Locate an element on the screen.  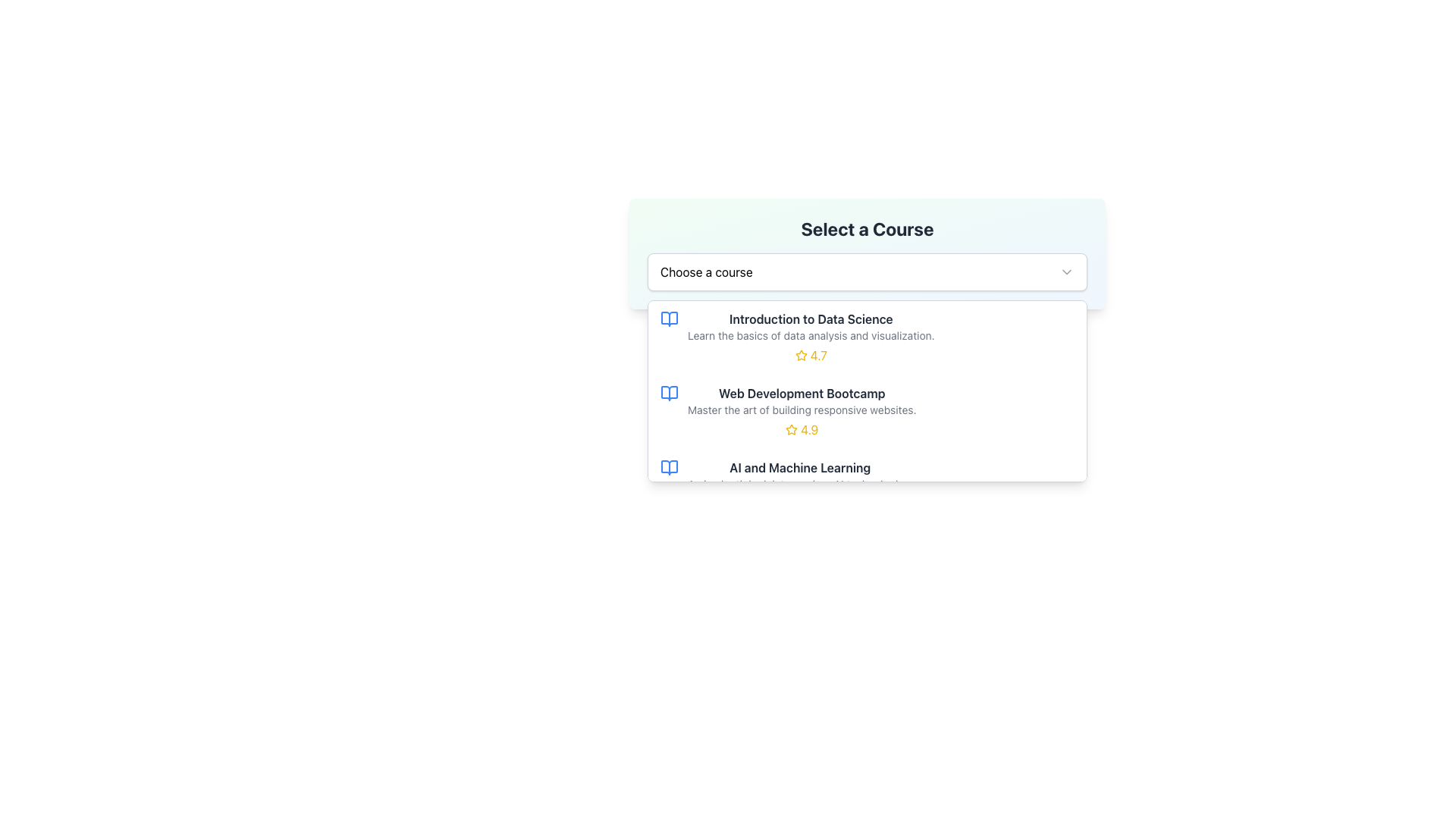
the informational text element located below the title 'AI and Machine Learning' and above the rating component '4.8'. This text serves to provide additional context about the title is located at coordinates (799, 485).